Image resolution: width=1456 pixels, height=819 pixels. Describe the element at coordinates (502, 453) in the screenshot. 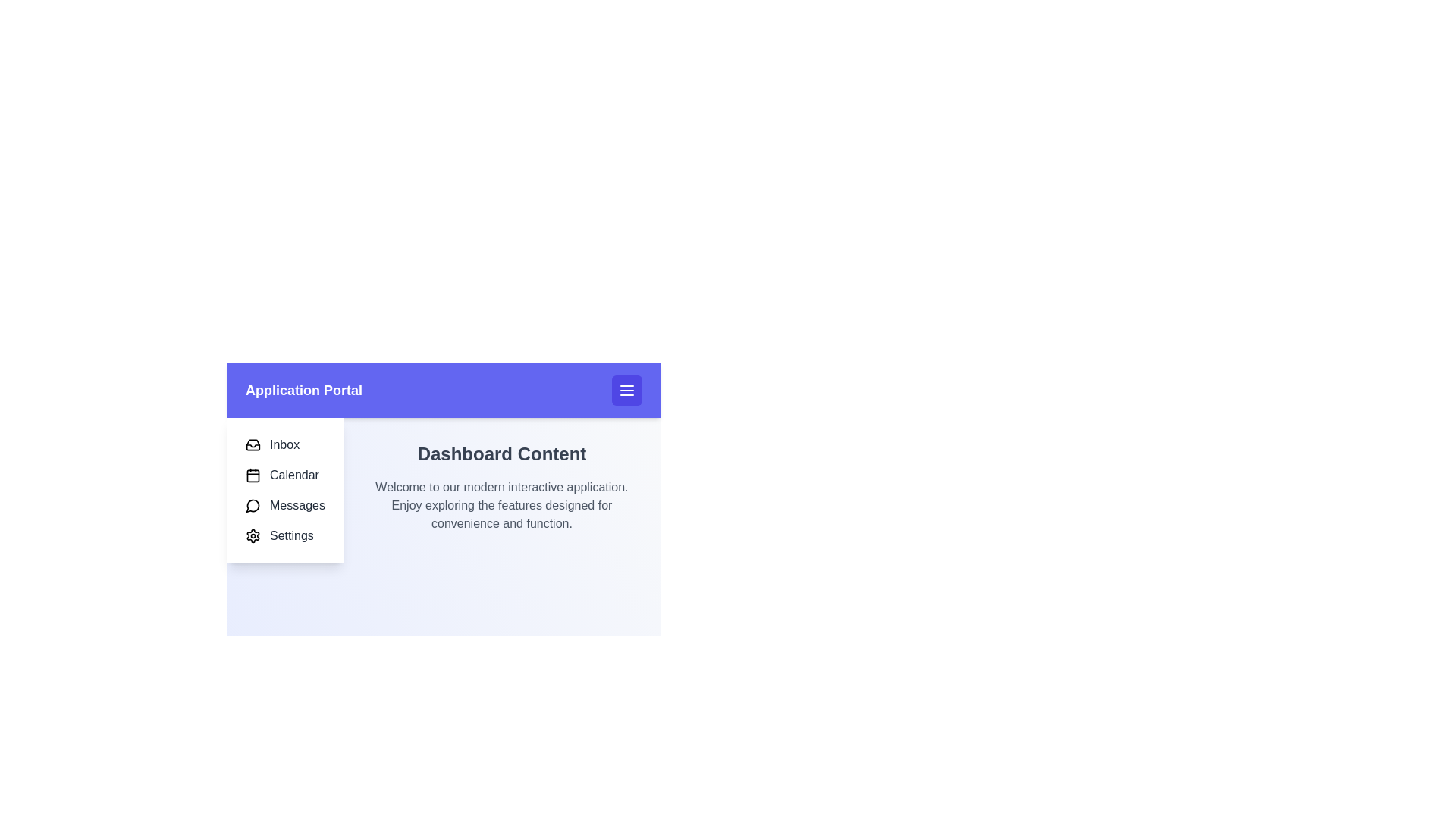

I see `the Header Text element that introduces the content of the dashboard section titled 'Application Portal'` at that location.